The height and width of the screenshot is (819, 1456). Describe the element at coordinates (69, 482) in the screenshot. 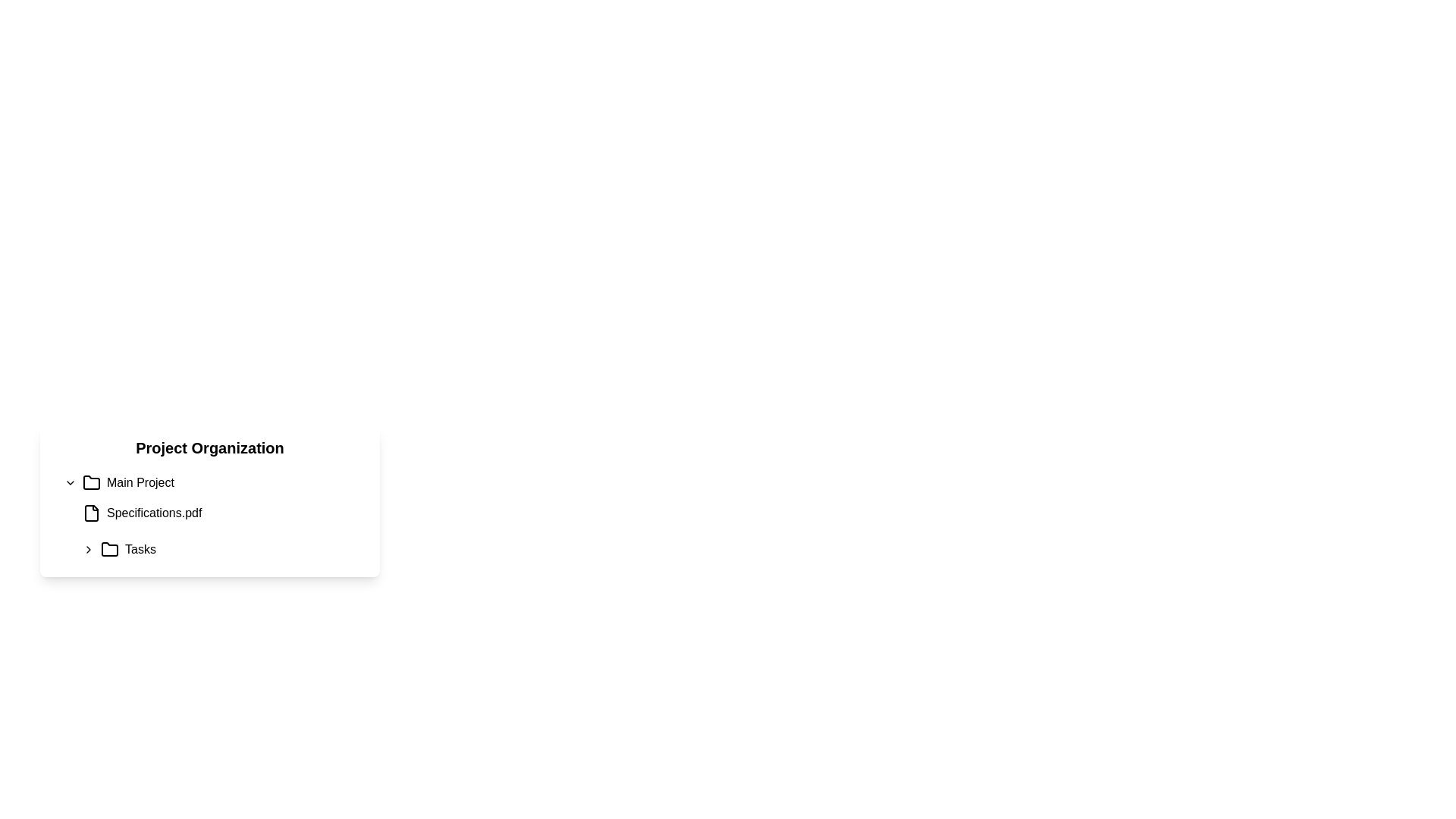

I see `the downward-facing chevron icon located to the left of the 'Main Project' text label` at that location.